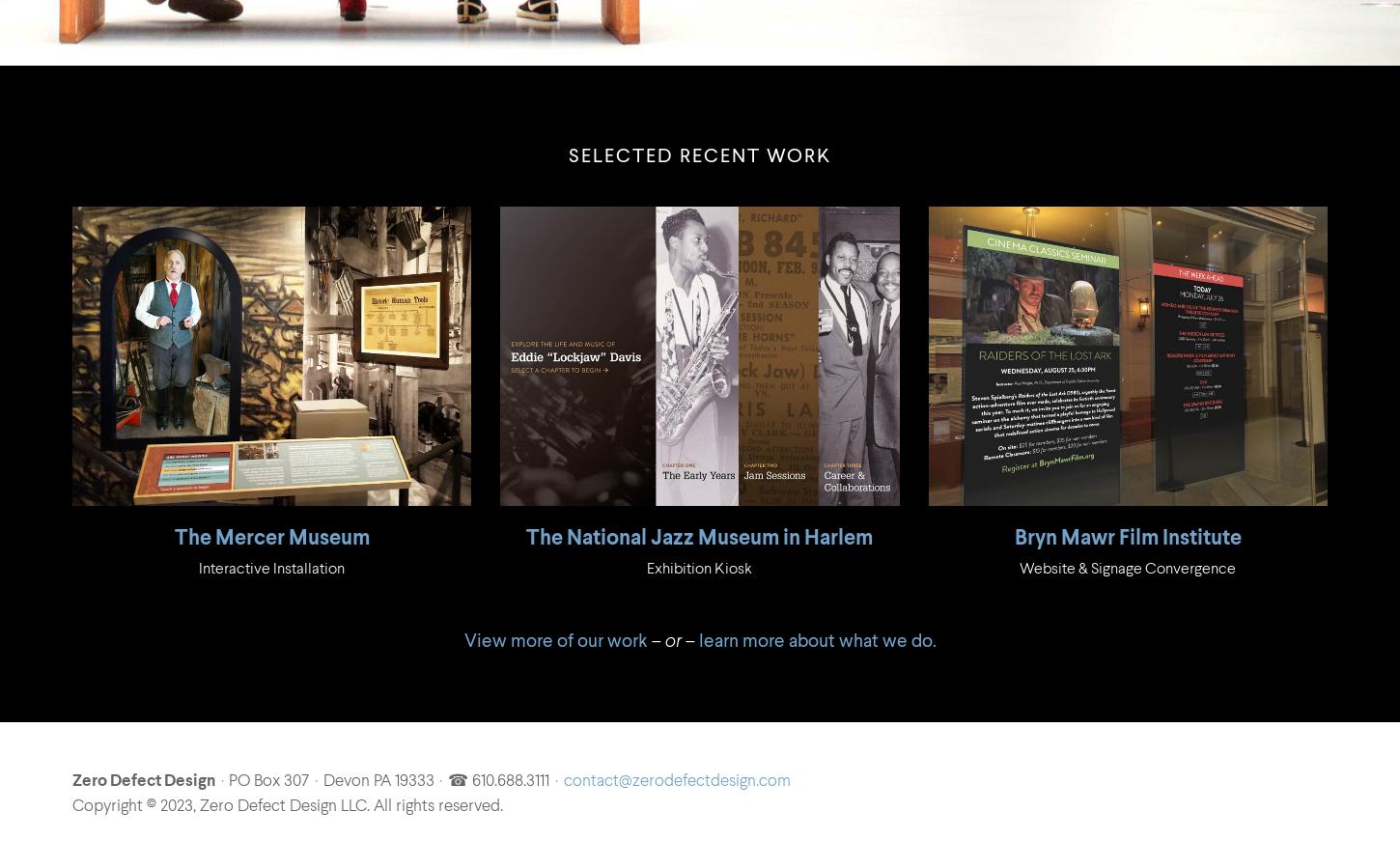 This screenshot has width=1400, height=868. Describe the element at coordinates (555, 639) in the screenshot. I see `'View more of our work'` at that location.